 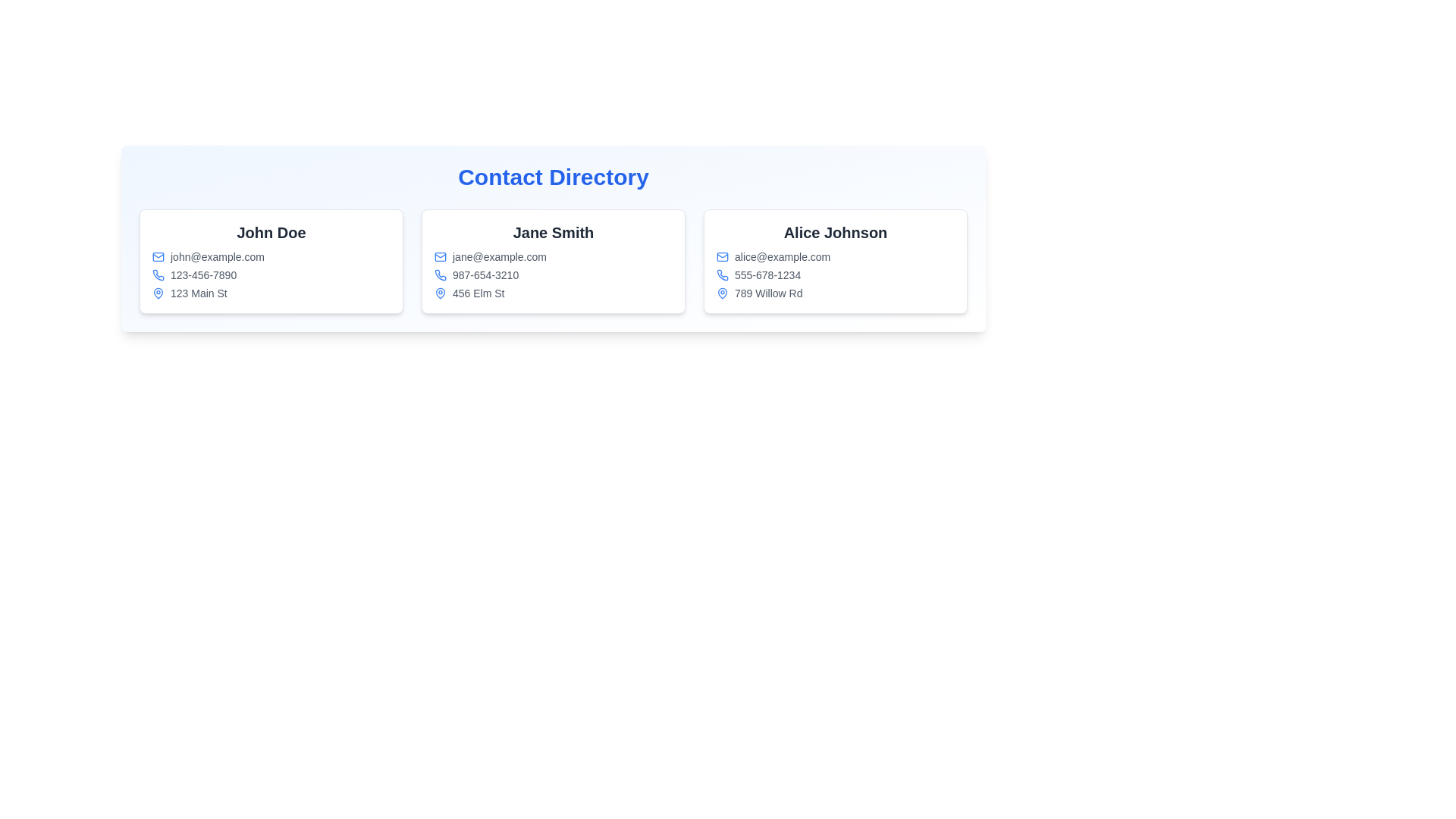 I want to click on the decorative SVG rectangle that is part of the envelope icon in Jane Smith's contact card, located to the left of the email address 'jane@example.com', so click(x=439, y=256).